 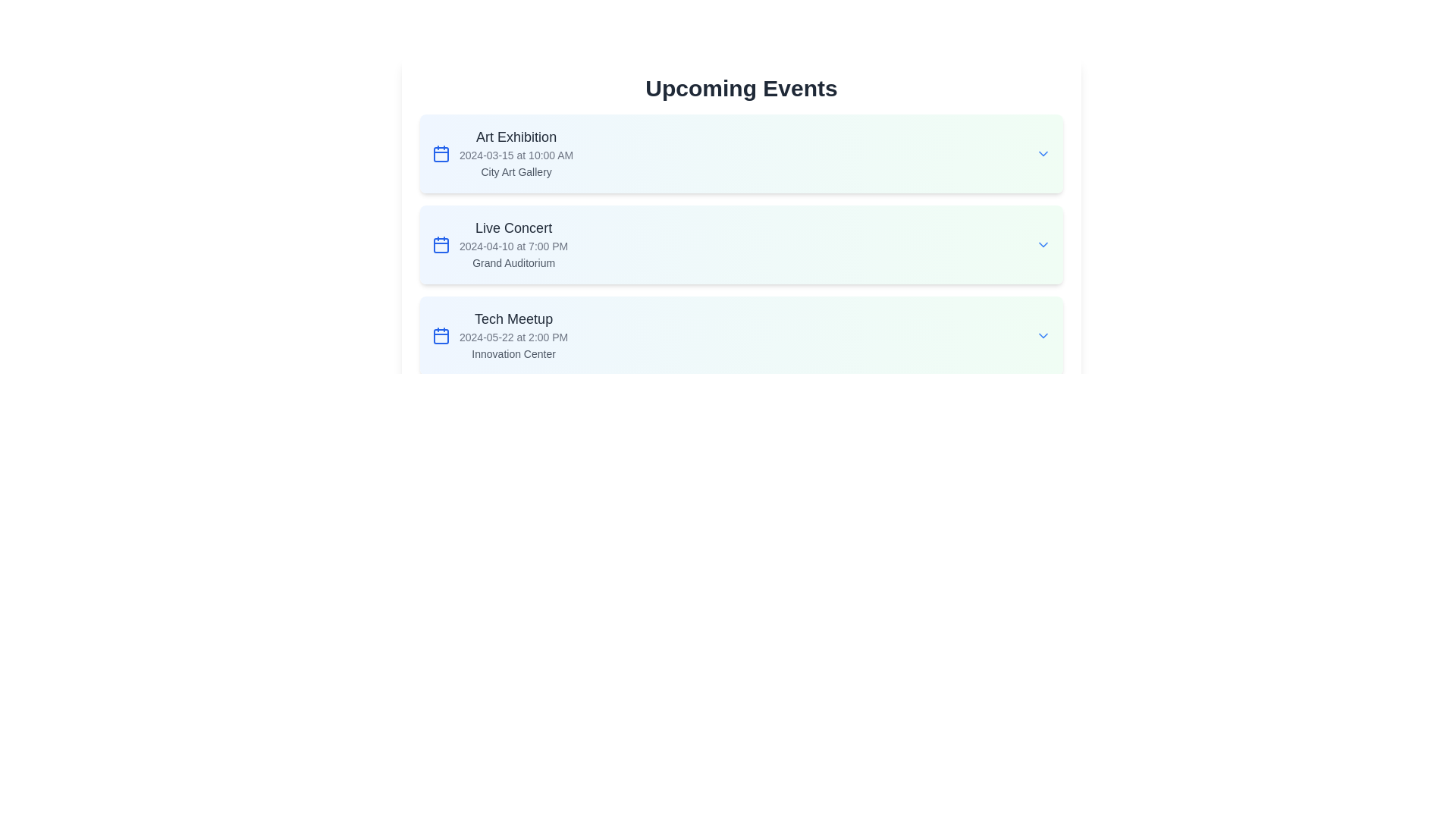 What do you see at coordinates (500, 335) in the screenshot?
I see `the third event item in the list under the 'Upcoming Events' header` at bounding box center [500, 335].